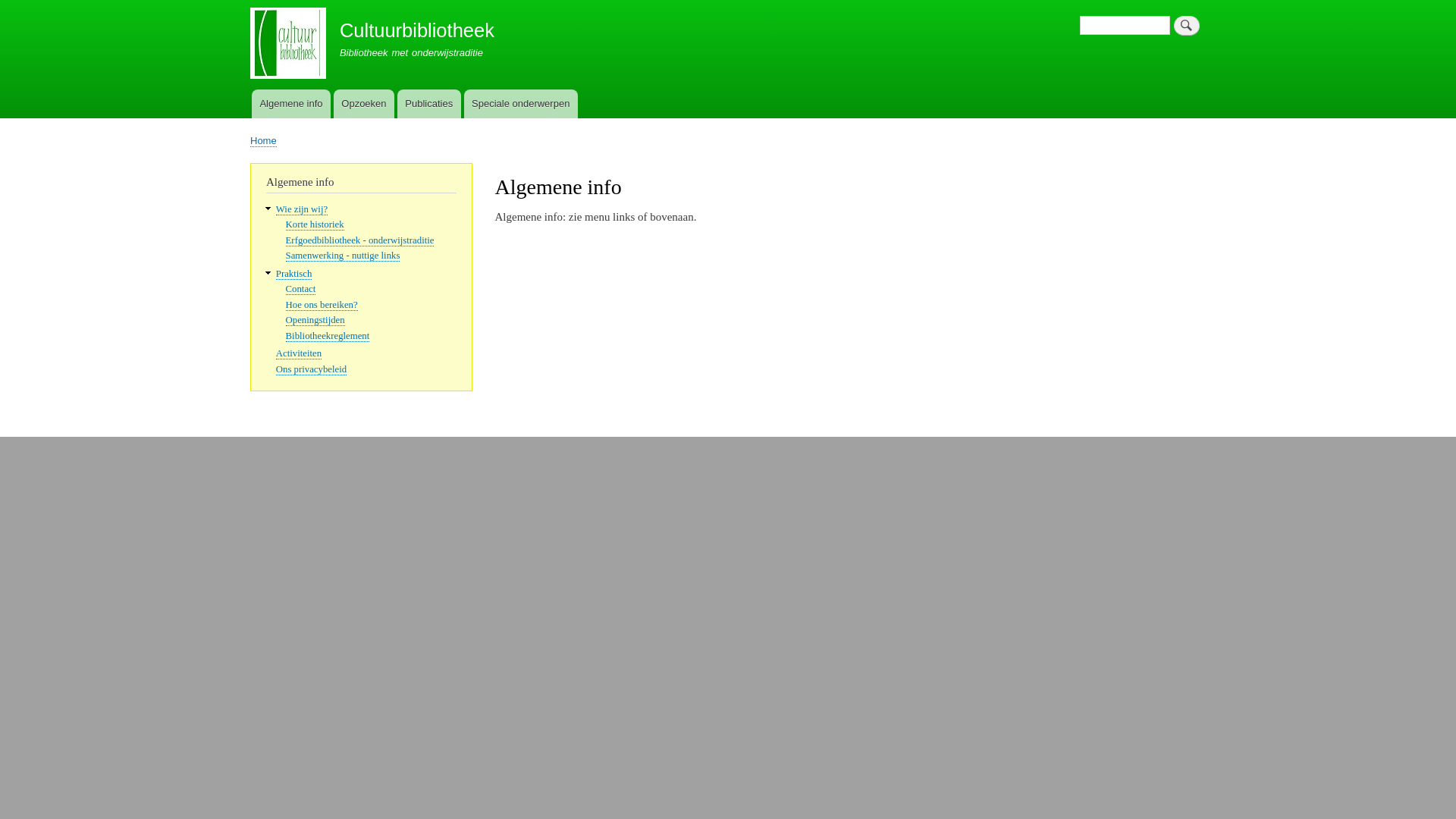 This screenshot has width=1456, height=819. Describe the element at coordinates (359, 240) in the screenshot. I see `'Erfgoedbibliotheek - onderwijstraditie'` at that location.